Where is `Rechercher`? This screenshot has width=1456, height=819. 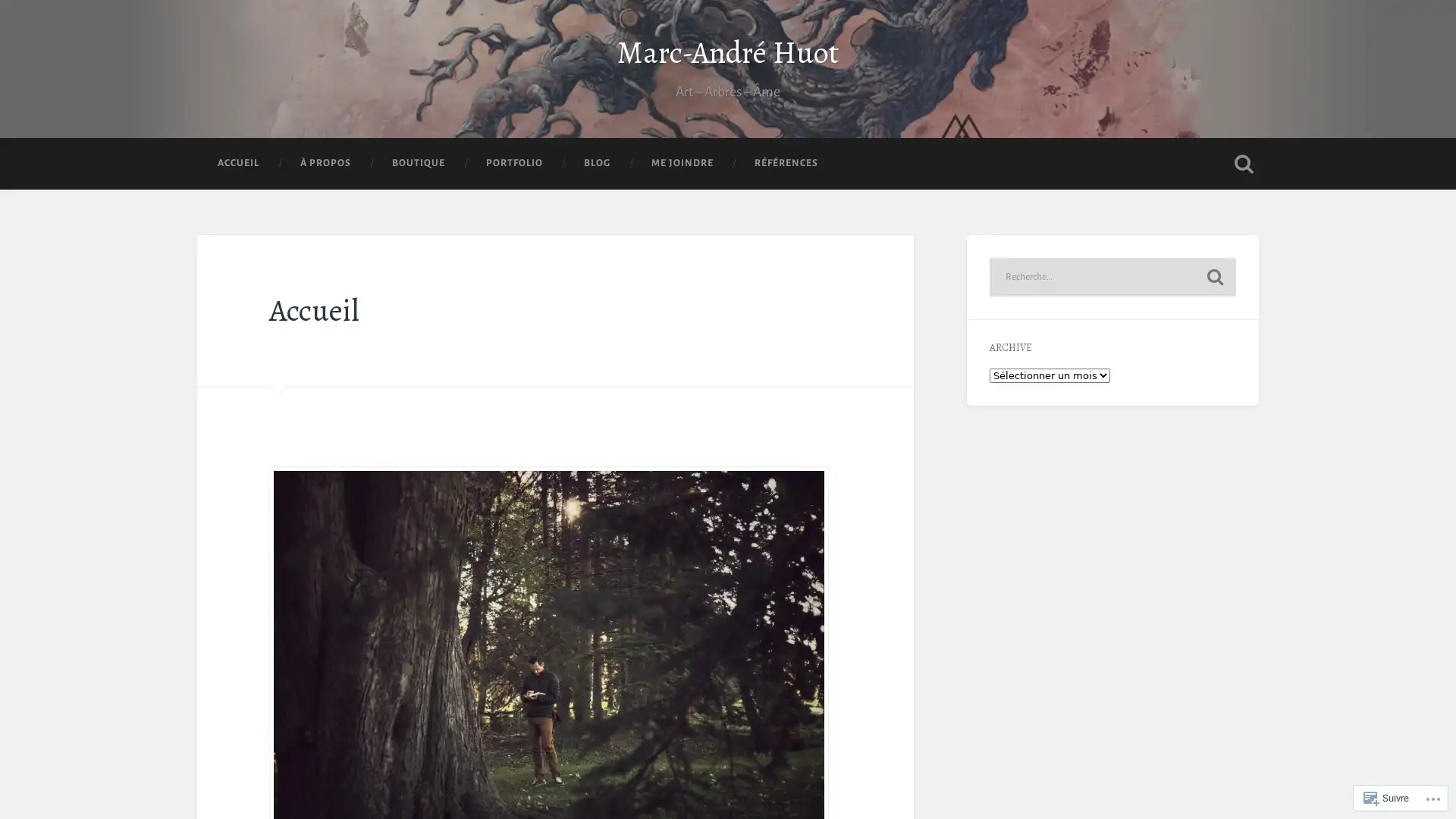 Rechercher is located at coordinates (1215, 307).